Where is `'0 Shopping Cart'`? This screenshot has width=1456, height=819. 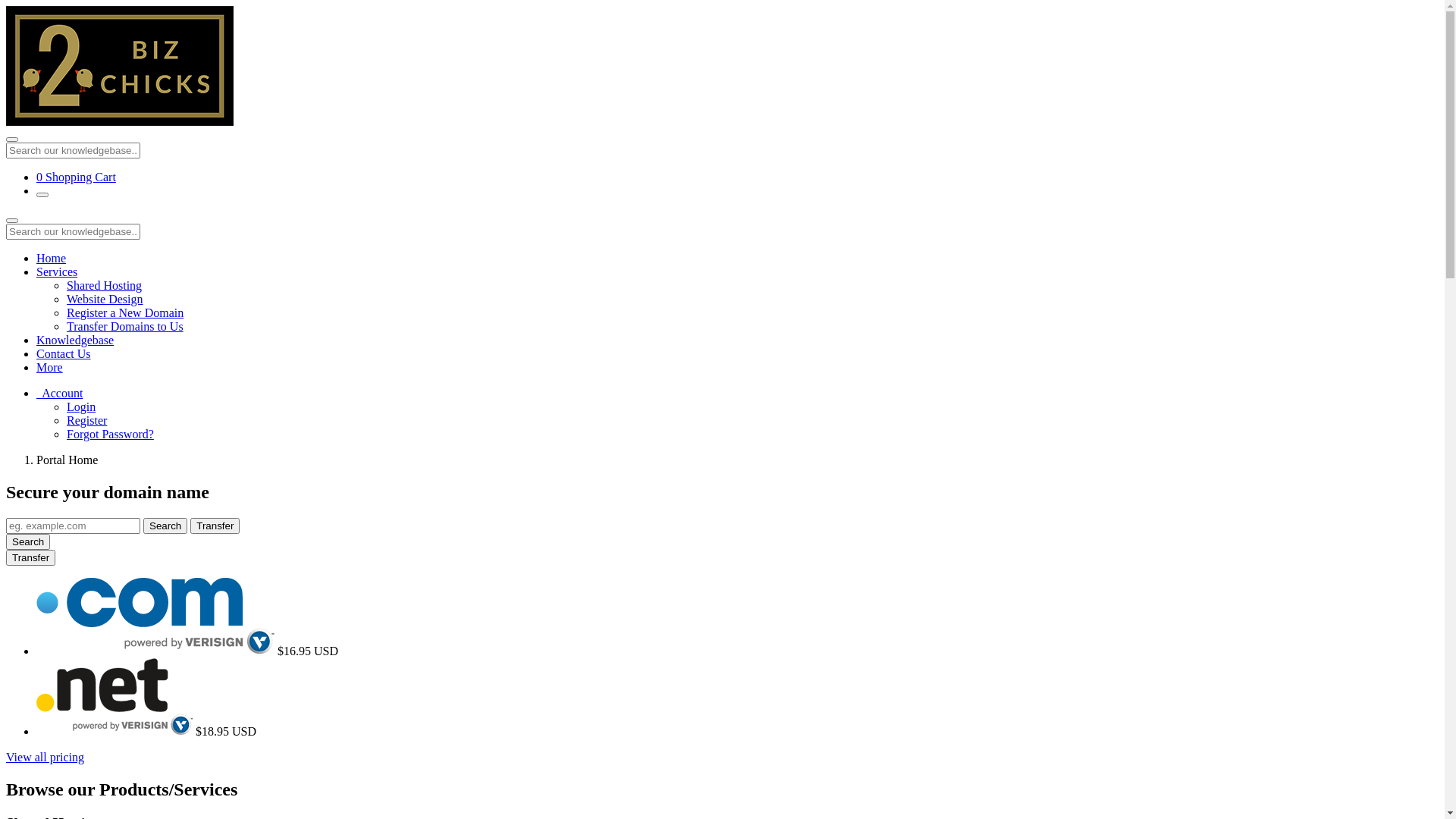
'0 Shopping Cart' is located at coordinates (75, 176).